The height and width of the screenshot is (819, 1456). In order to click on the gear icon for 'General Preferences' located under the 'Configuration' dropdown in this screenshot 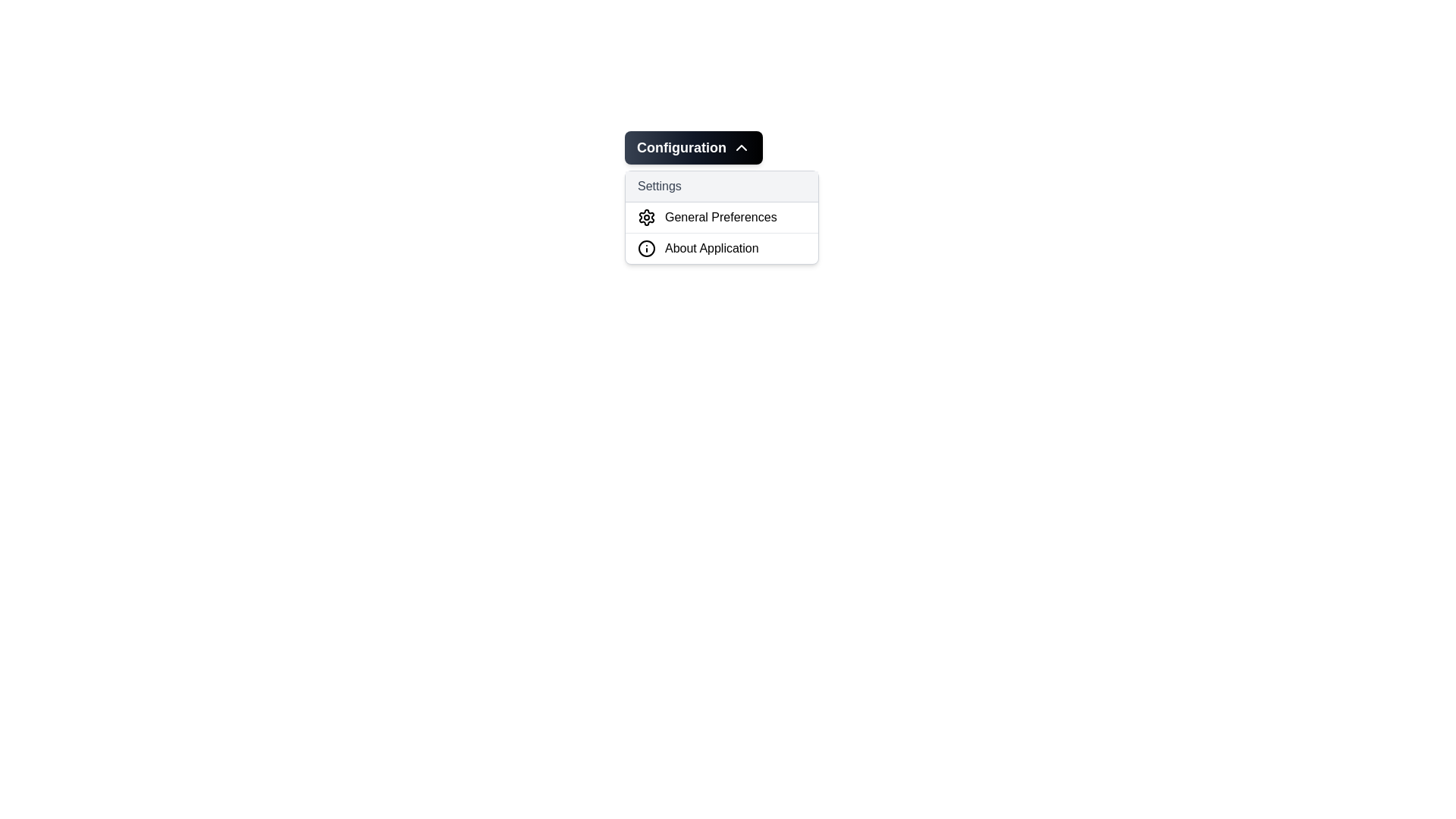, I will do `click(647, 217)`.